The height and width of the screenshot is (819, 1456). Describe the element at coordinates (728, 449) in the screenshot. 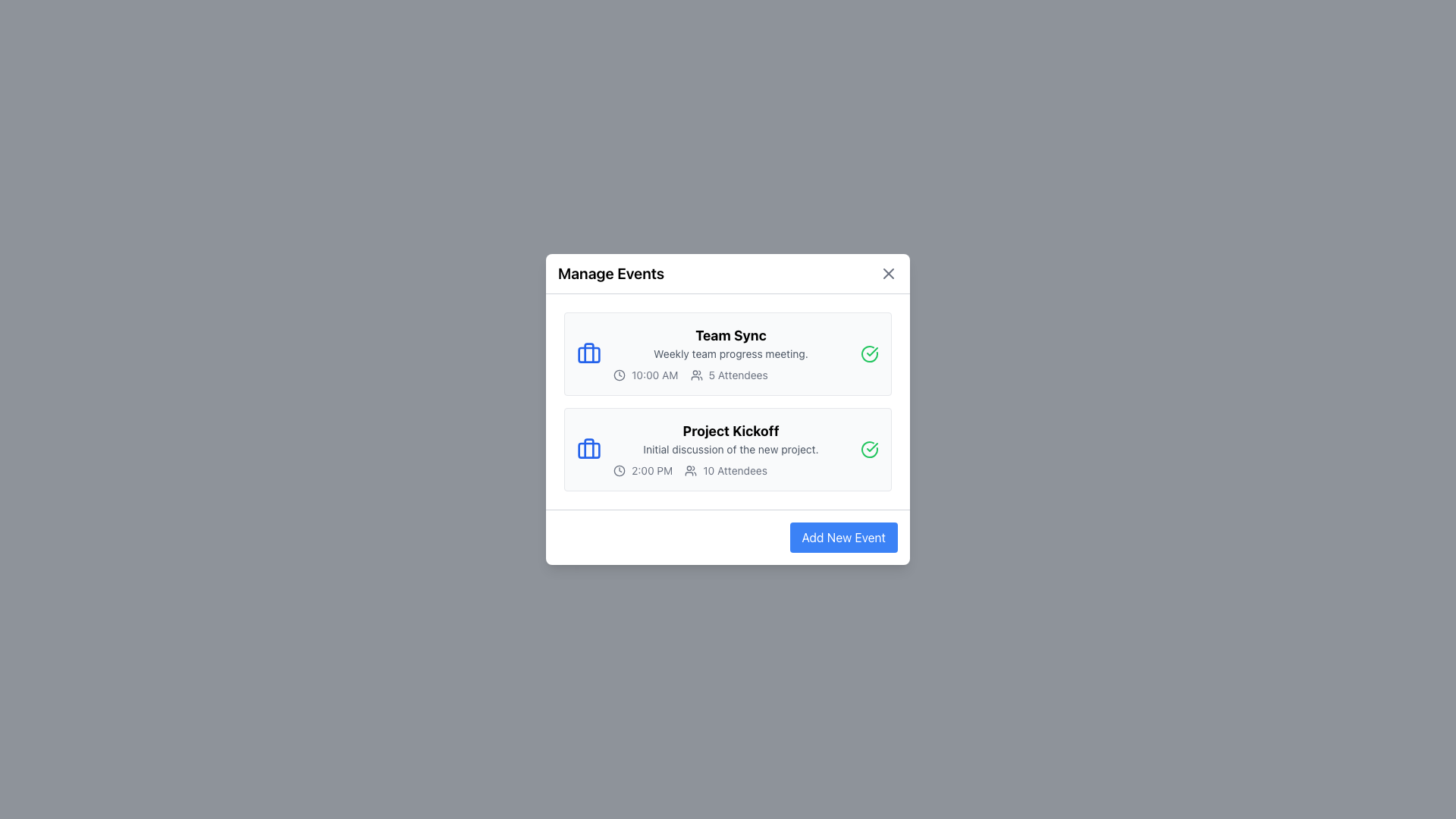

I see `on the 'Project Kickoff' Event card, which is the second card in the list of events` at that location.